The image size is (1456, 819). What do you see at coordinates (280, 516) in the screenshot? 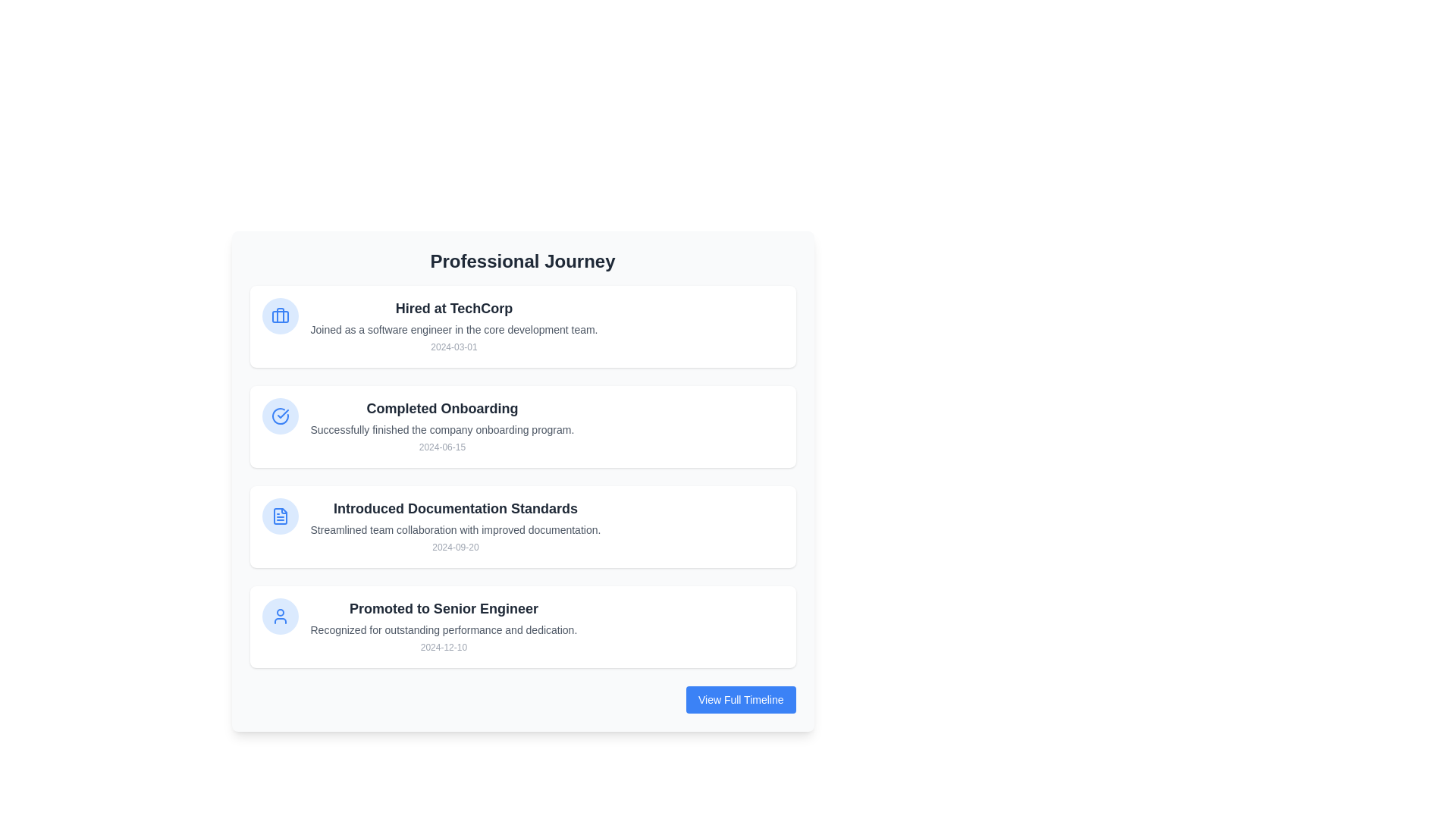
I see `the light blue SVG icon representing a document or file that precedes the 'Introduced Documentation Standards' section in the milestones list` at bounding box center [280, 516].